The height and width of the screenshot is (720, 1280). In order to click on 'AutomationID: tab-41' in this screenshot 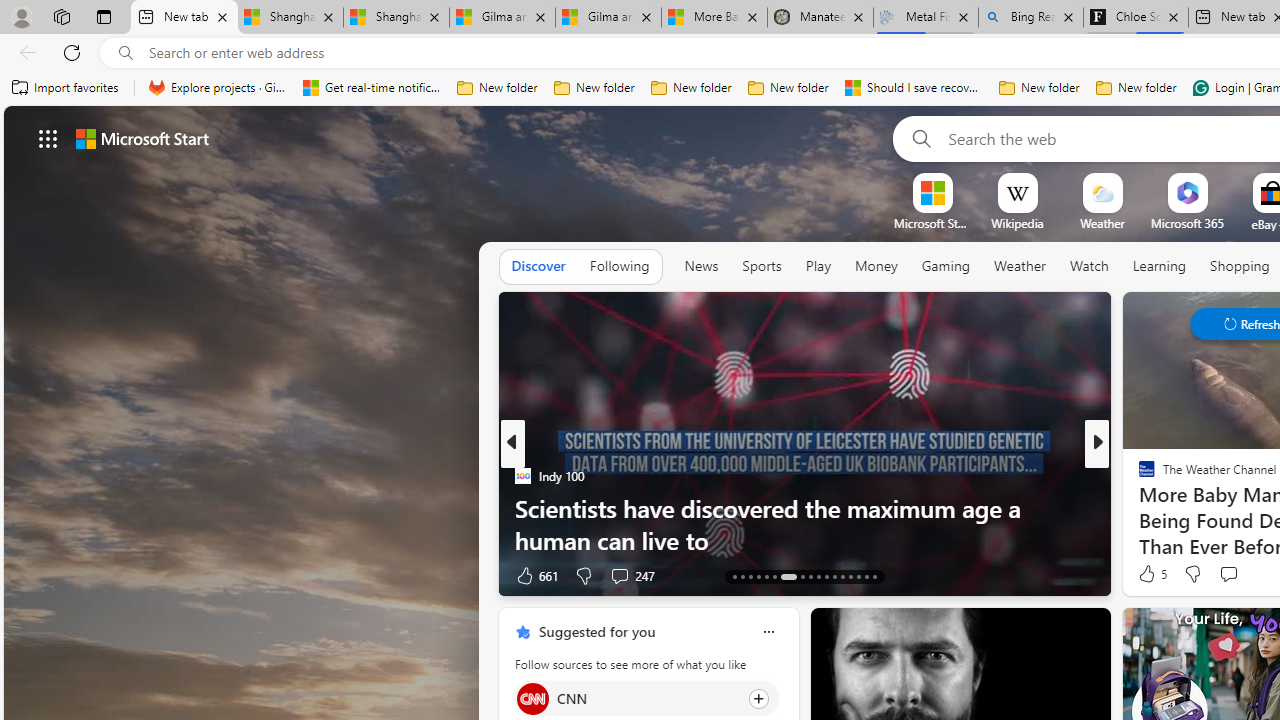, I will do `click(865, 577)`.